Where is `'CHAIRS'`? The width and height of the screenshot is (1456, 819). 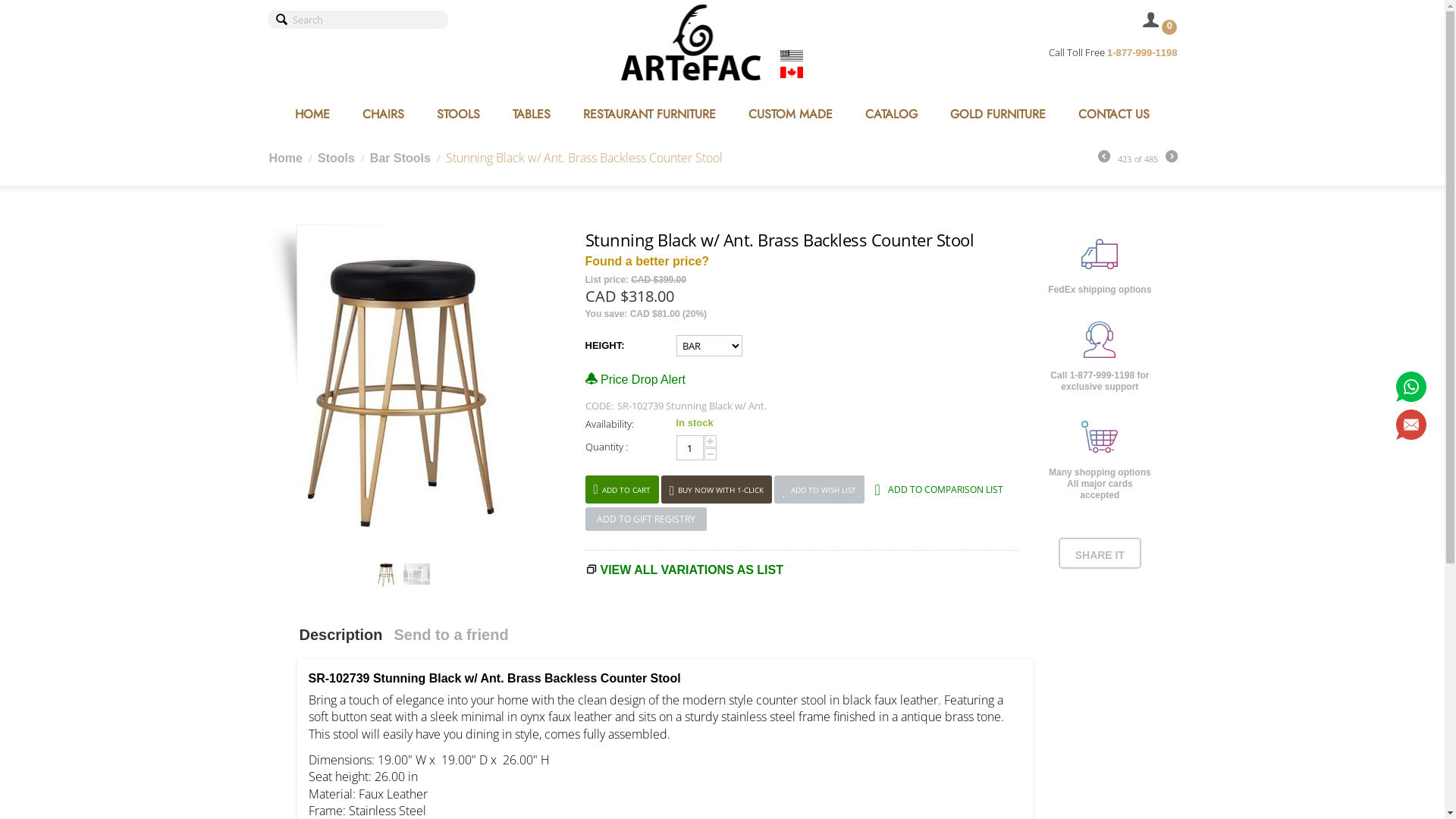 'CHAIRS' is located at coordinates (346, 113).